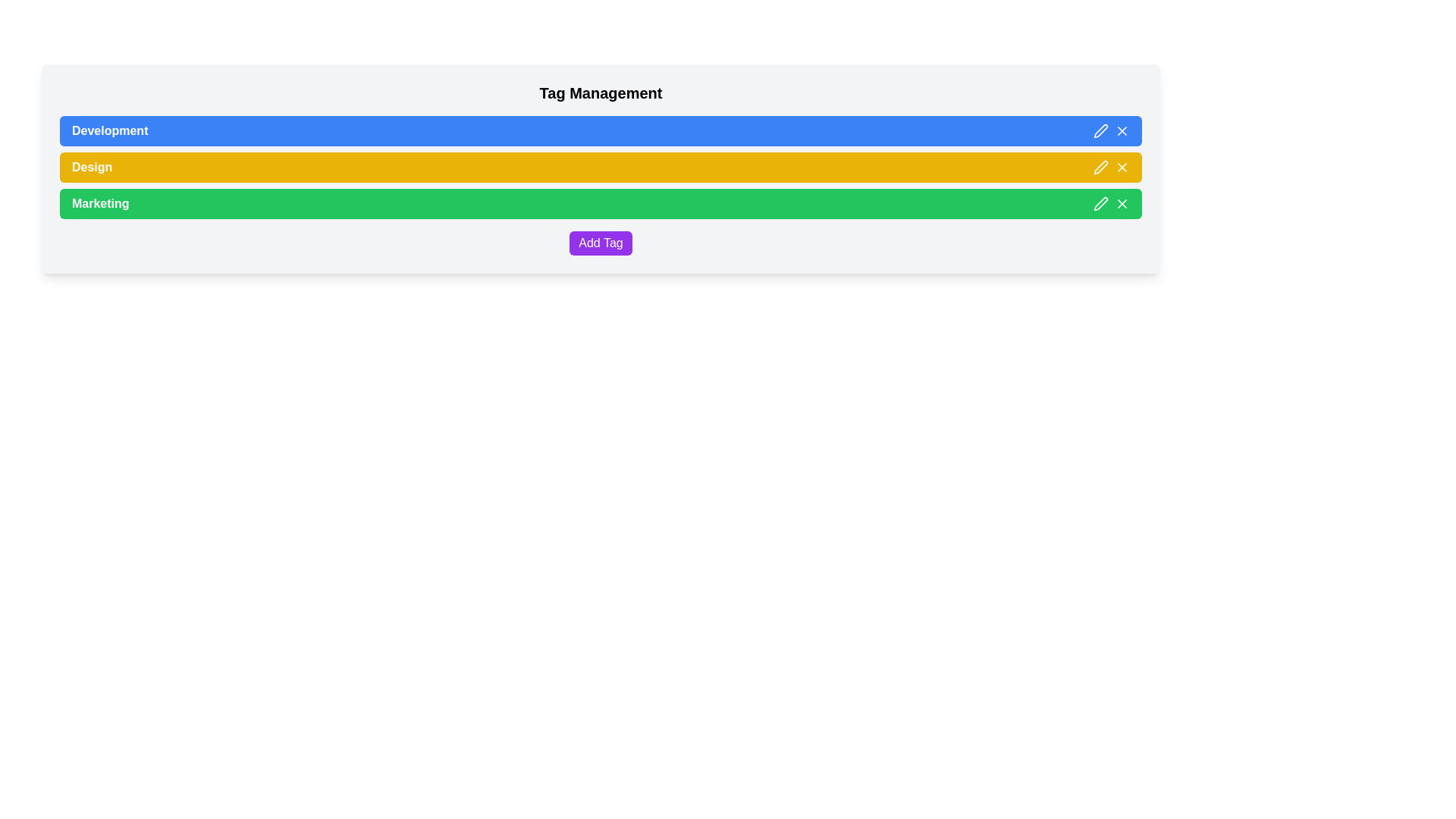 The image size is (1456, 819). Describe the element at coordinates (1111, 203) in the screenshot. I see `the pencil icon located at the far right of the green background row labeled 'Marketing'` at that location.